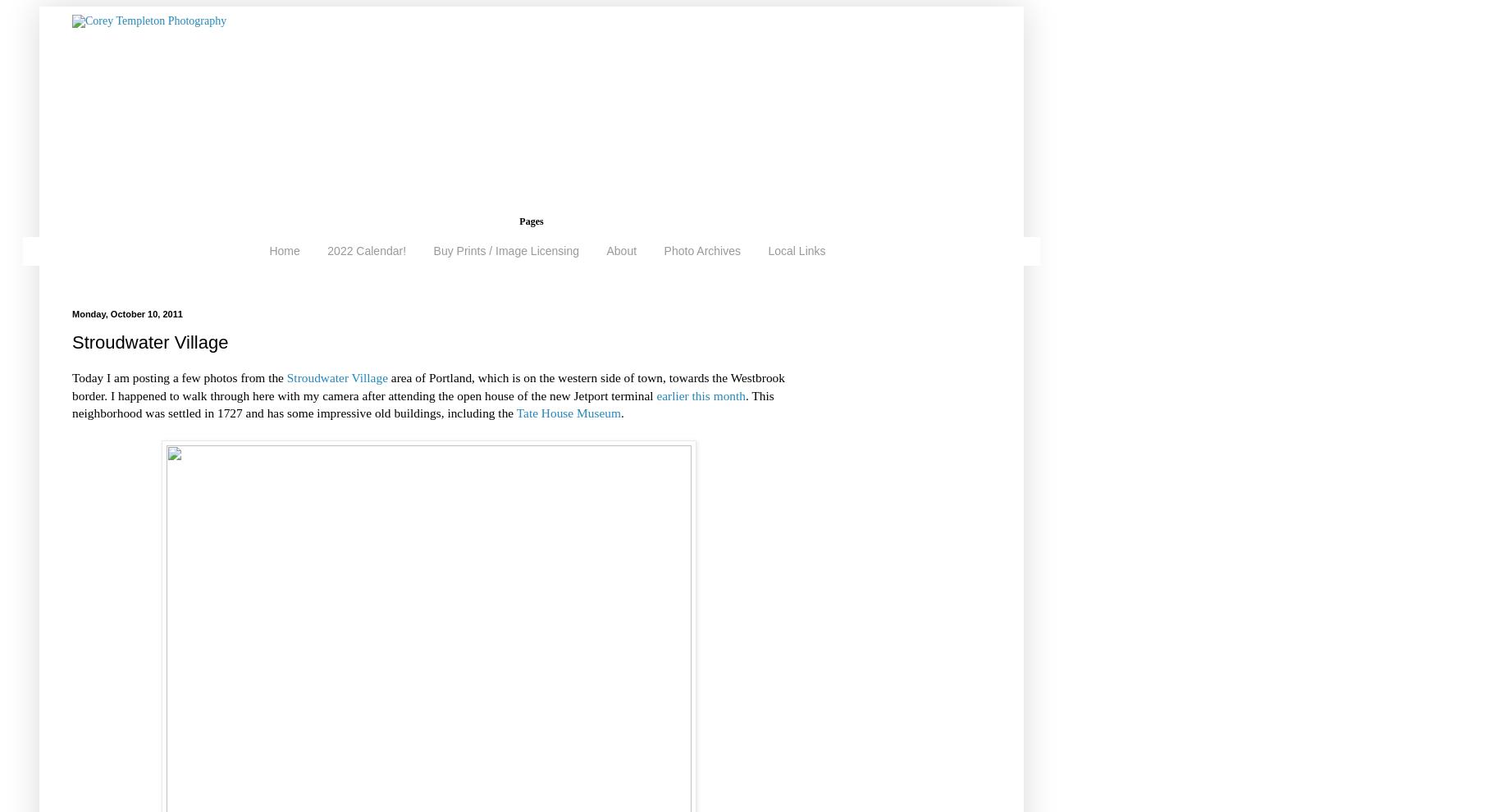 The width and height of the screenshot is (1493, 812). What do you see at coordinates (621, 250) in the screenshot?
I see `'About'` at bounding box center [621, 250].